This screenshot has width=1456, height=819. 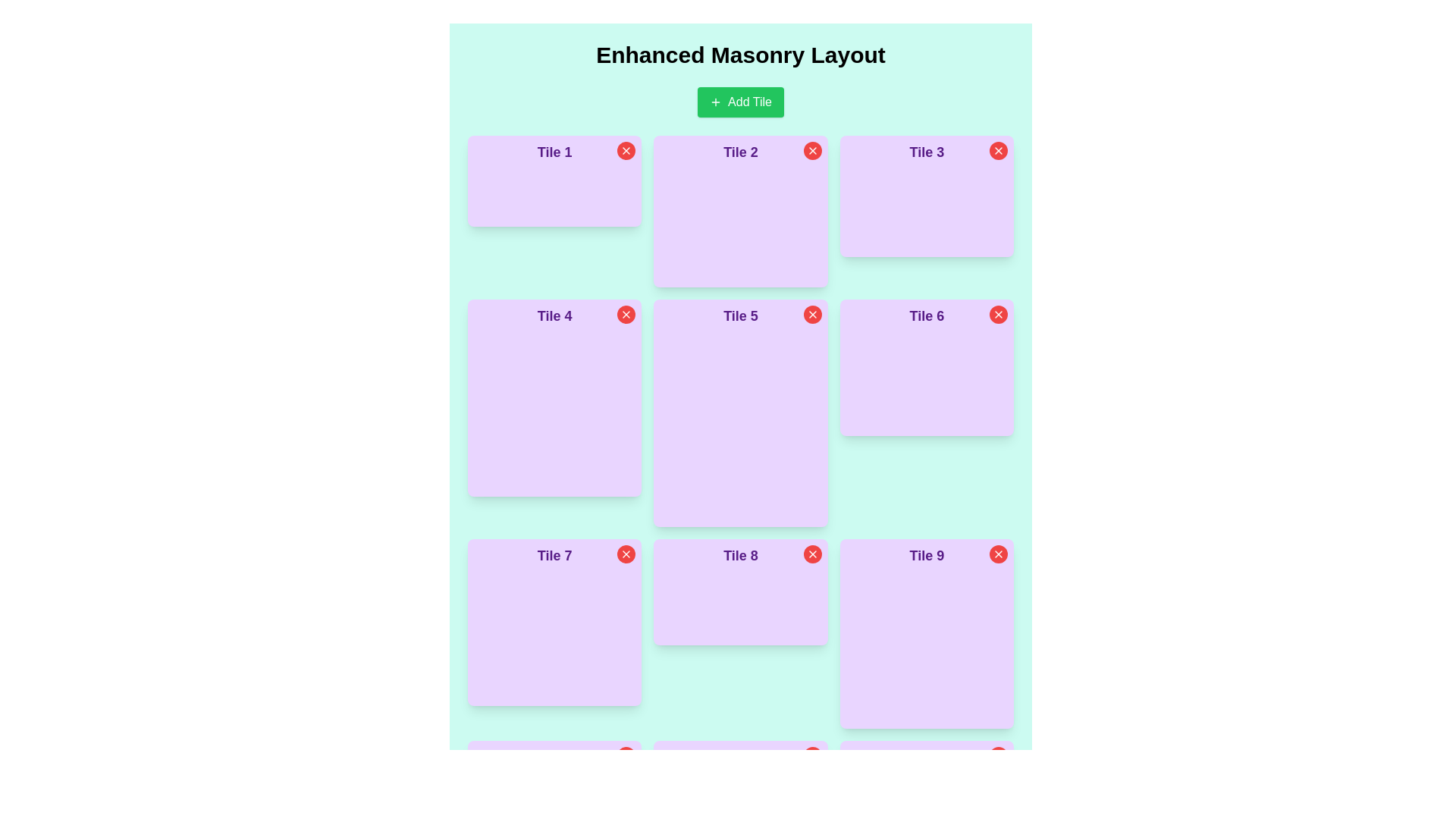 What do you see at coordinates (811, 314) in the screenshot?
I see `the circular button with a red background and white 'X' symbol located` at bounding box center [811, 314].